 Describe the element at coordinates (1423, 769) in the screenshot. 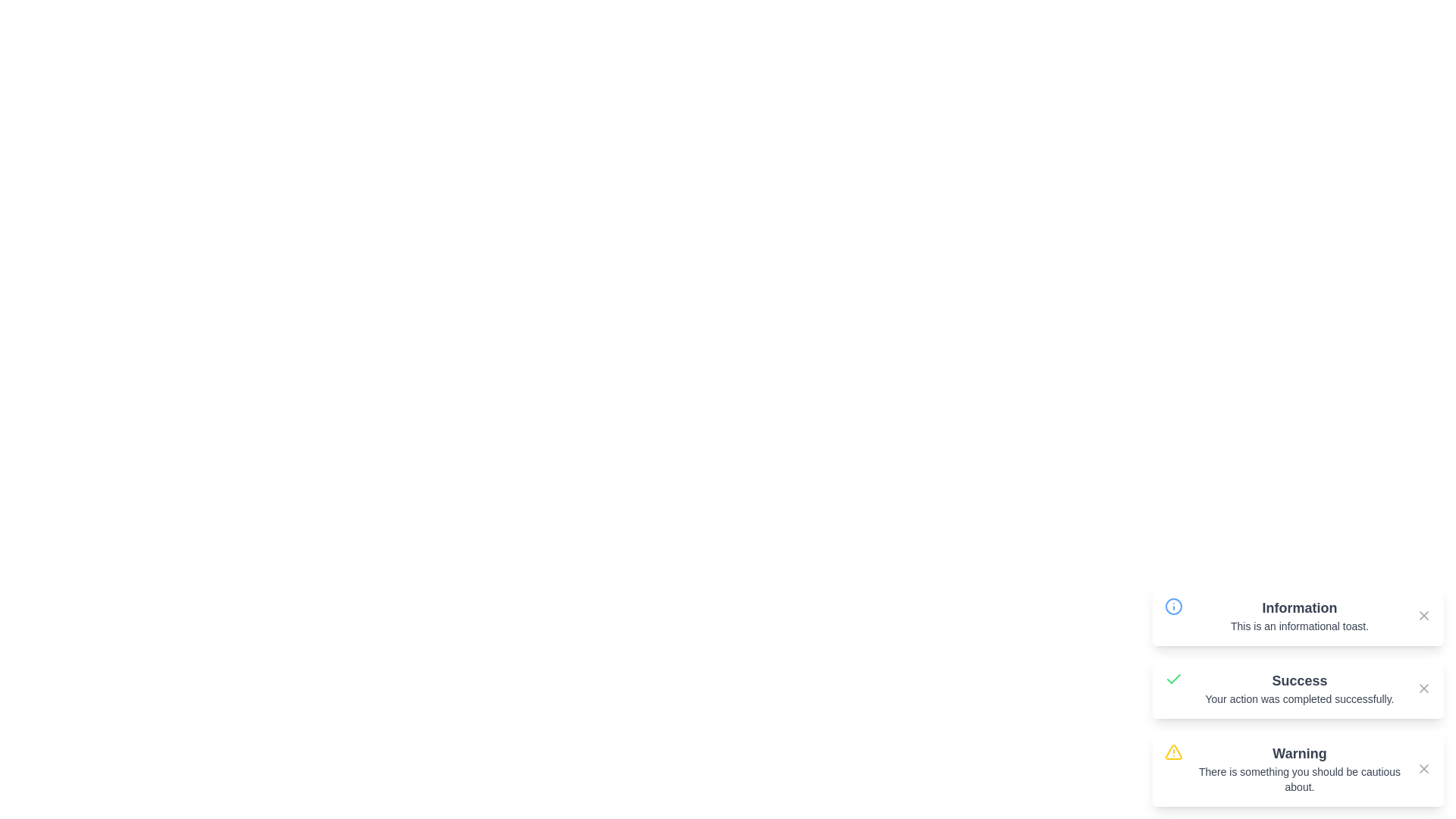

I see `the small 'X' icon close button at the top-right corner of the notification card marked 'Warning' to slightly change its color` at that location.